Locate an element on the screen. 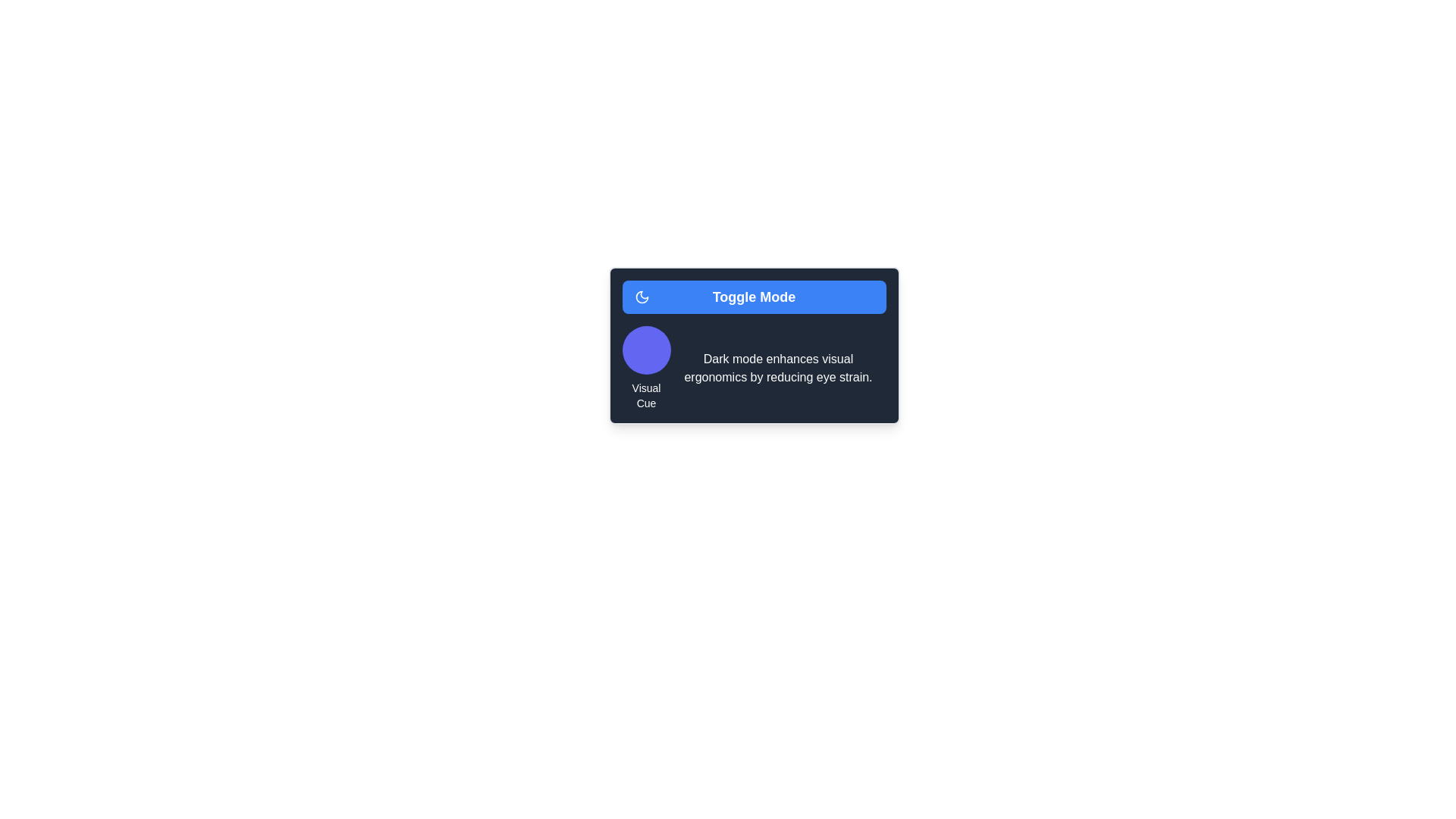 Image resolution: width=1456 pixels, height=819 pixels. text content of the informational text block about the visual ergonomics of dark mode, which is located to the right of a circular visual indicator and below the 'Toggle Mode' button is located at coordinates (778, 369).